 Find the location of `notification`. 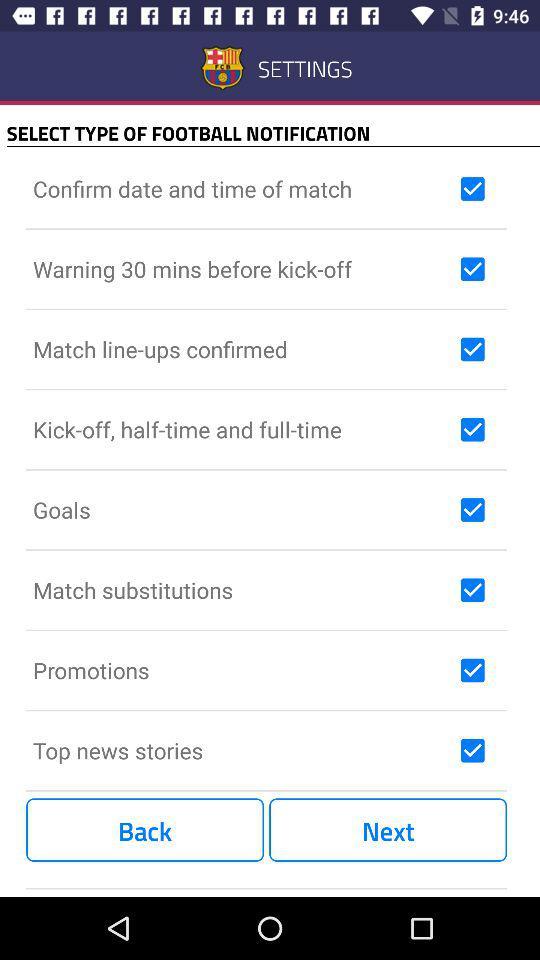

notification is located at coordinates (472, 429).